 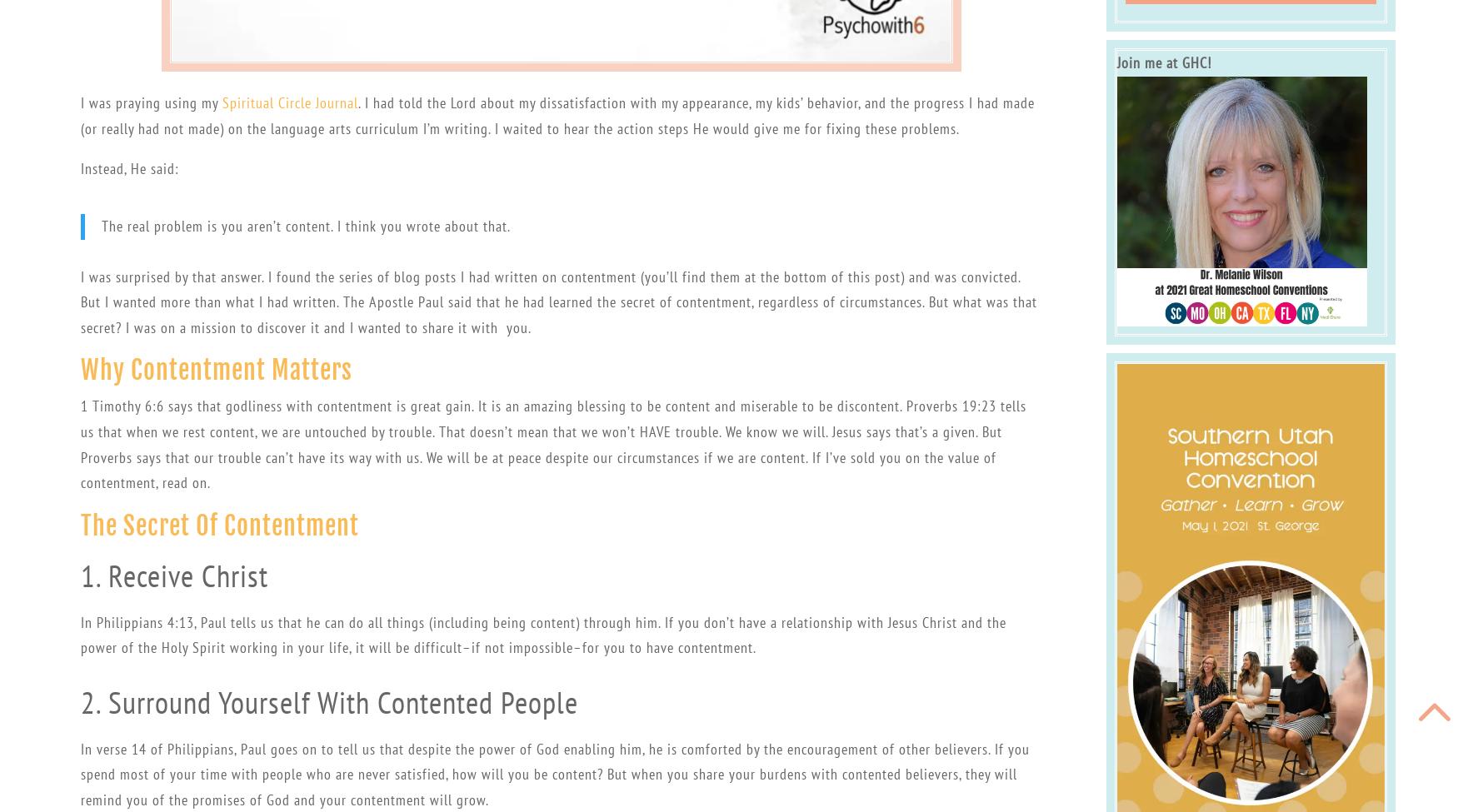 I want to click on '. I had told the Lord about my dissatisfaction with my appearance, my kids’ behavior, and the progress I had made (or really had not made) on the language arts curriculum I’m writing. I waited to hear the action steps He would give me for fixing these problems.', so click(x=556, y=114).